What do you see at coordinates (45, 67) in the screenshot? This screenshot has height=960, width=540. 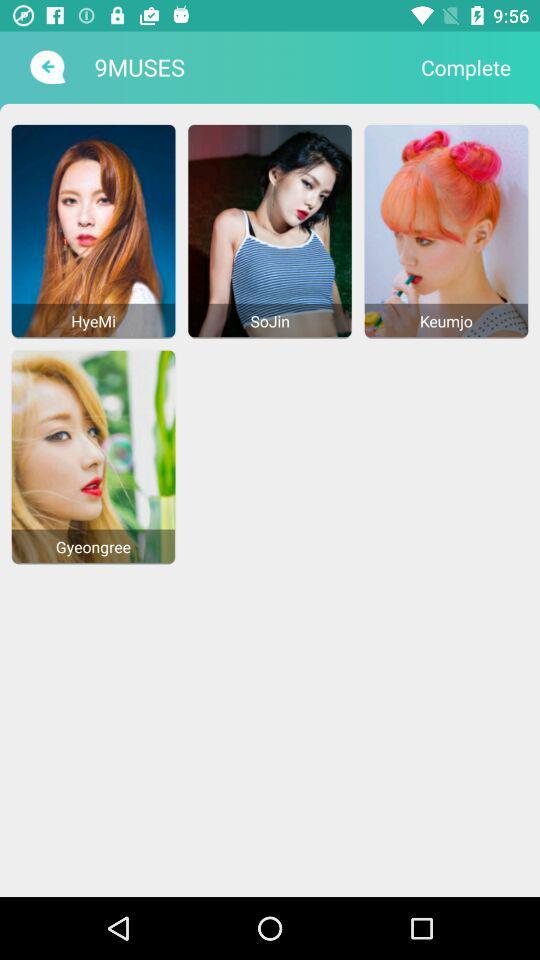 I see `go back` at bounding box center [45, 67].